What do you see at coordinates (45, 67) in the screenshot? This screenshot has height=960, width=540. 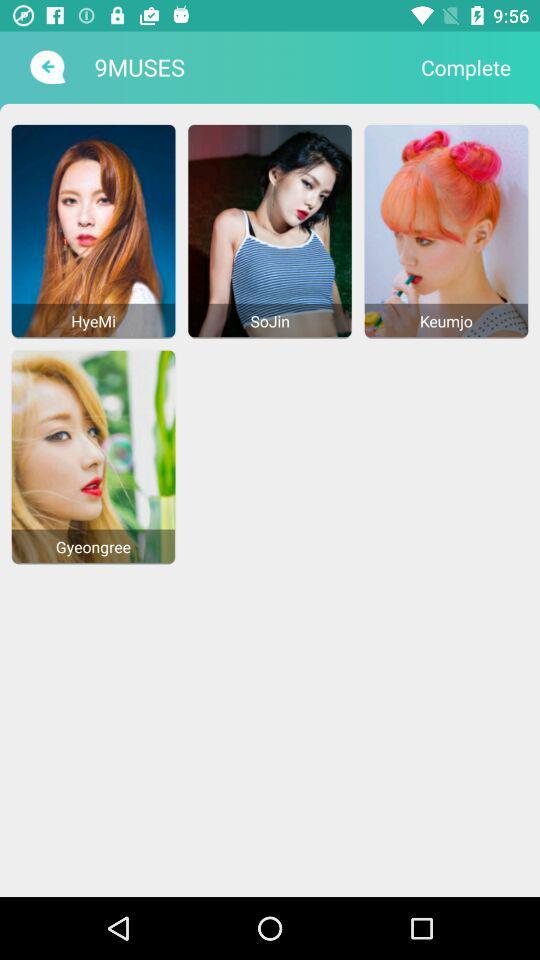 I see `go back` at bounding box center [45, 67].